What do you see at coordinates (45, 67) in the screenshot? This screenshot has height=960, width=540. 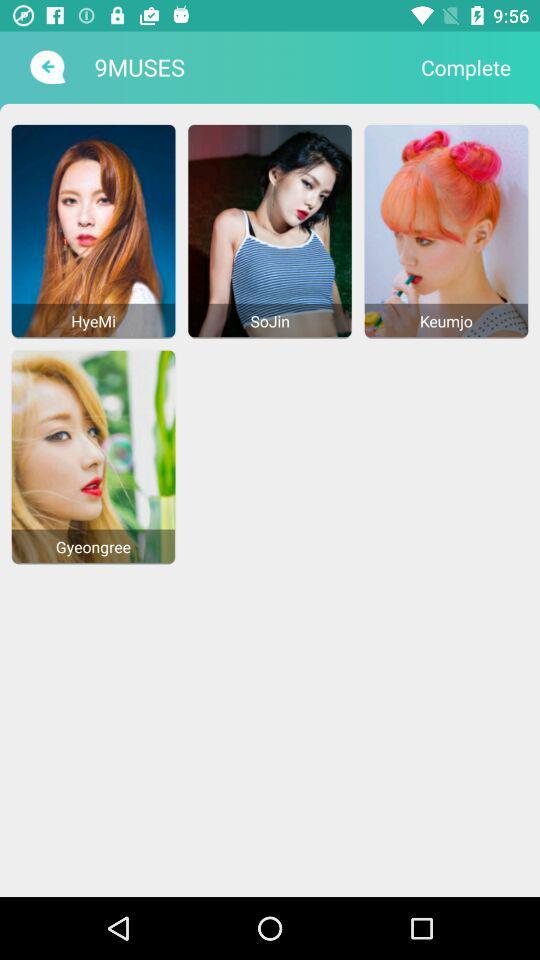 I see `go back` at bounding box center [45, 67].